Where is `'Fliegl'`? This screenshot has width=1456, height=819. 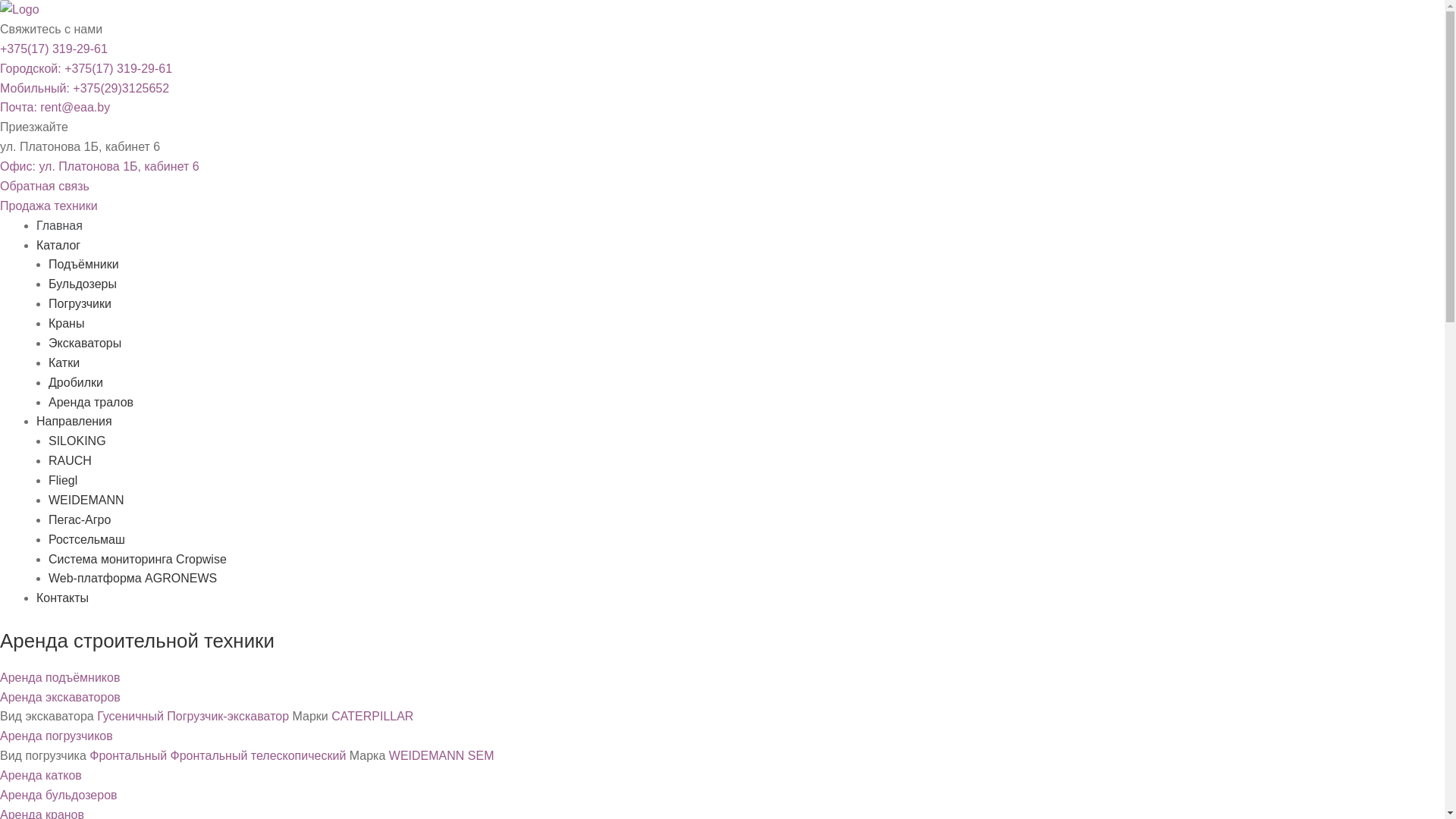
'Fliegl' is located at coordinates (61, 480).